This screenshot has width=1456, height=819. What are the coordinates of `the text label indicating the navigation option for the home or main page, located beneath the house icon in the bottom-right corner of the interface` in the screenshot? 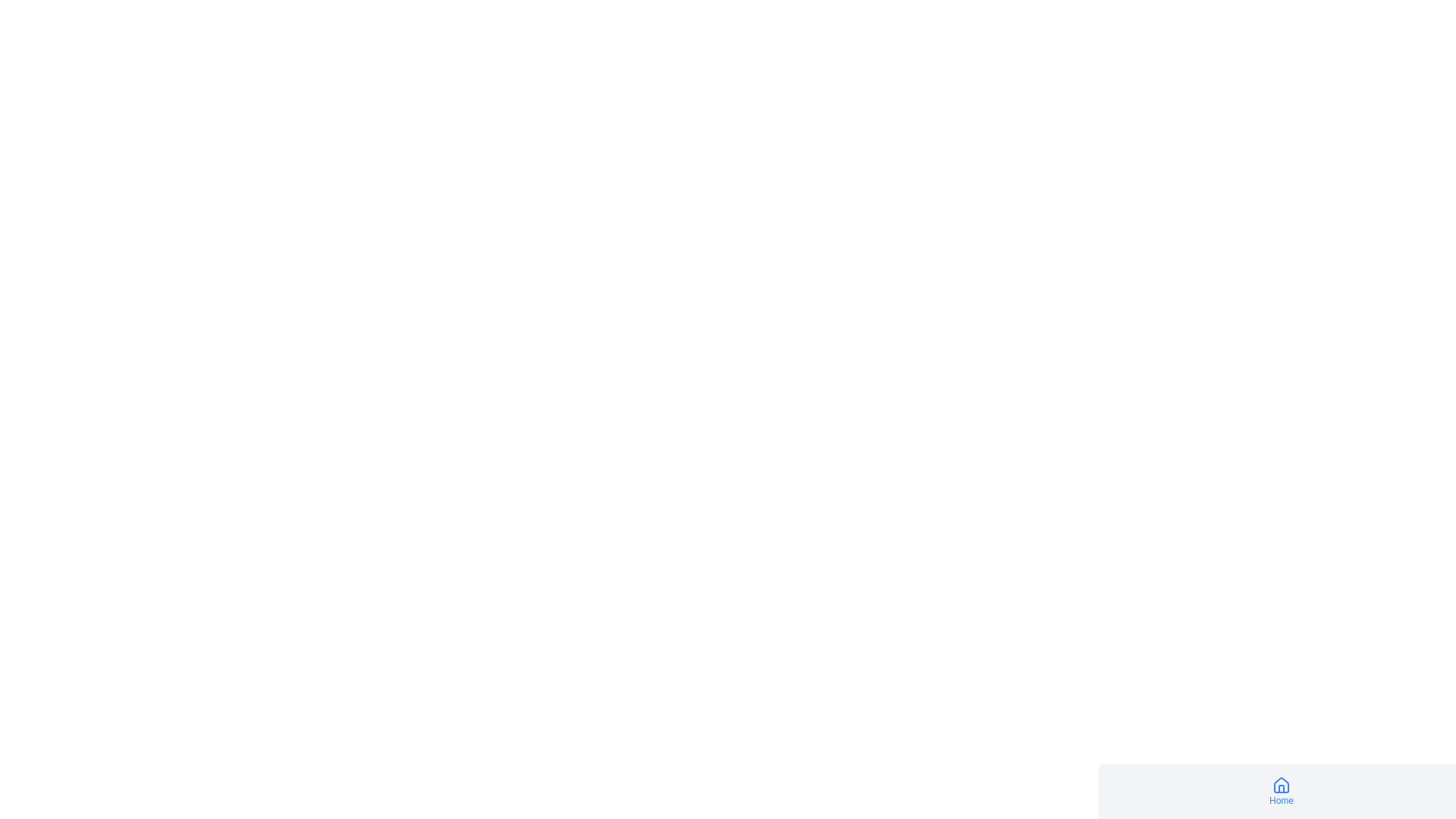 It's located at (1280, 800).